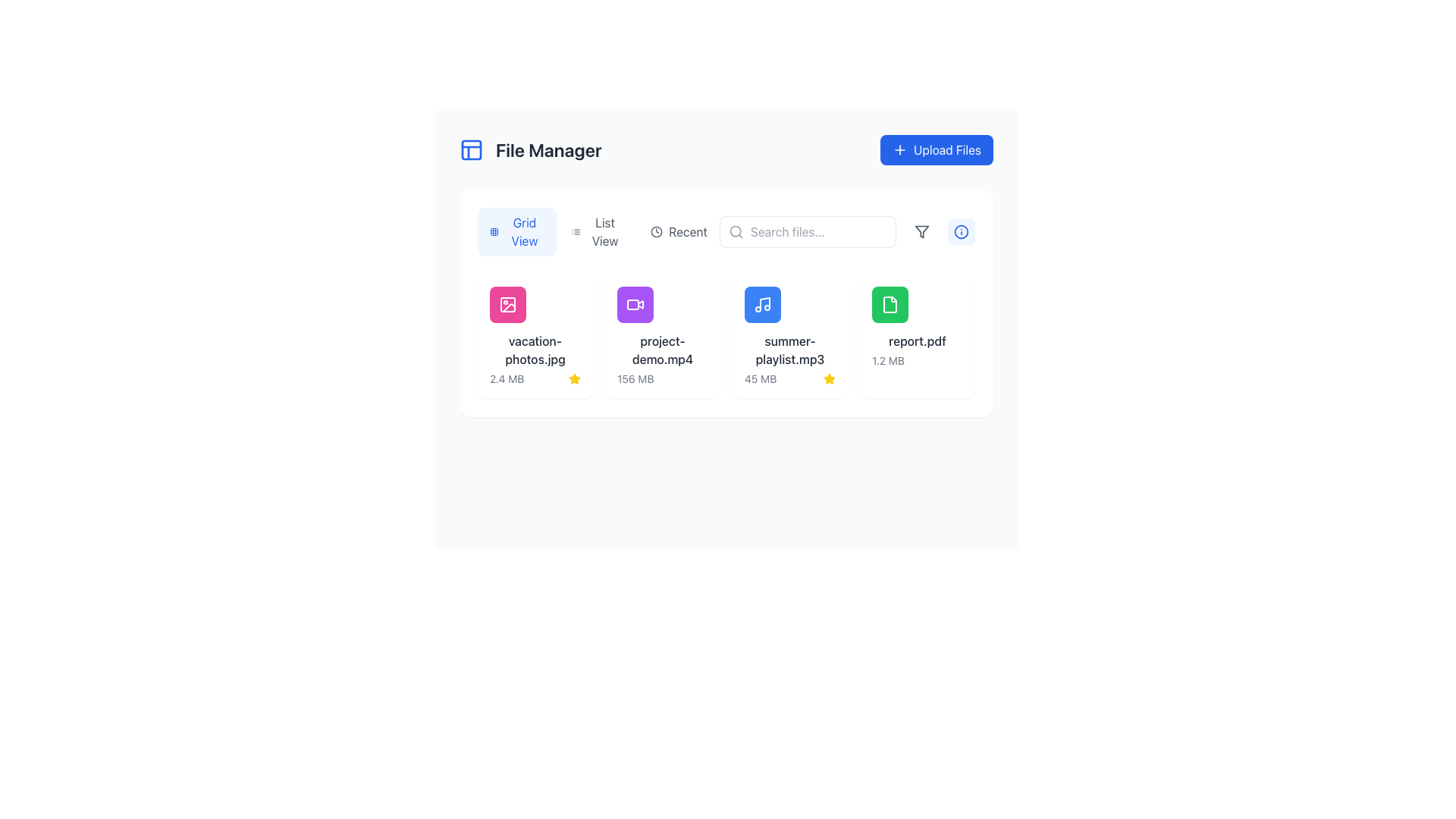  I want to click on the share button on the interactive control panel located at the bottom of the 'report.pdf' file item in the grid view to share the file, so click(916, 376).